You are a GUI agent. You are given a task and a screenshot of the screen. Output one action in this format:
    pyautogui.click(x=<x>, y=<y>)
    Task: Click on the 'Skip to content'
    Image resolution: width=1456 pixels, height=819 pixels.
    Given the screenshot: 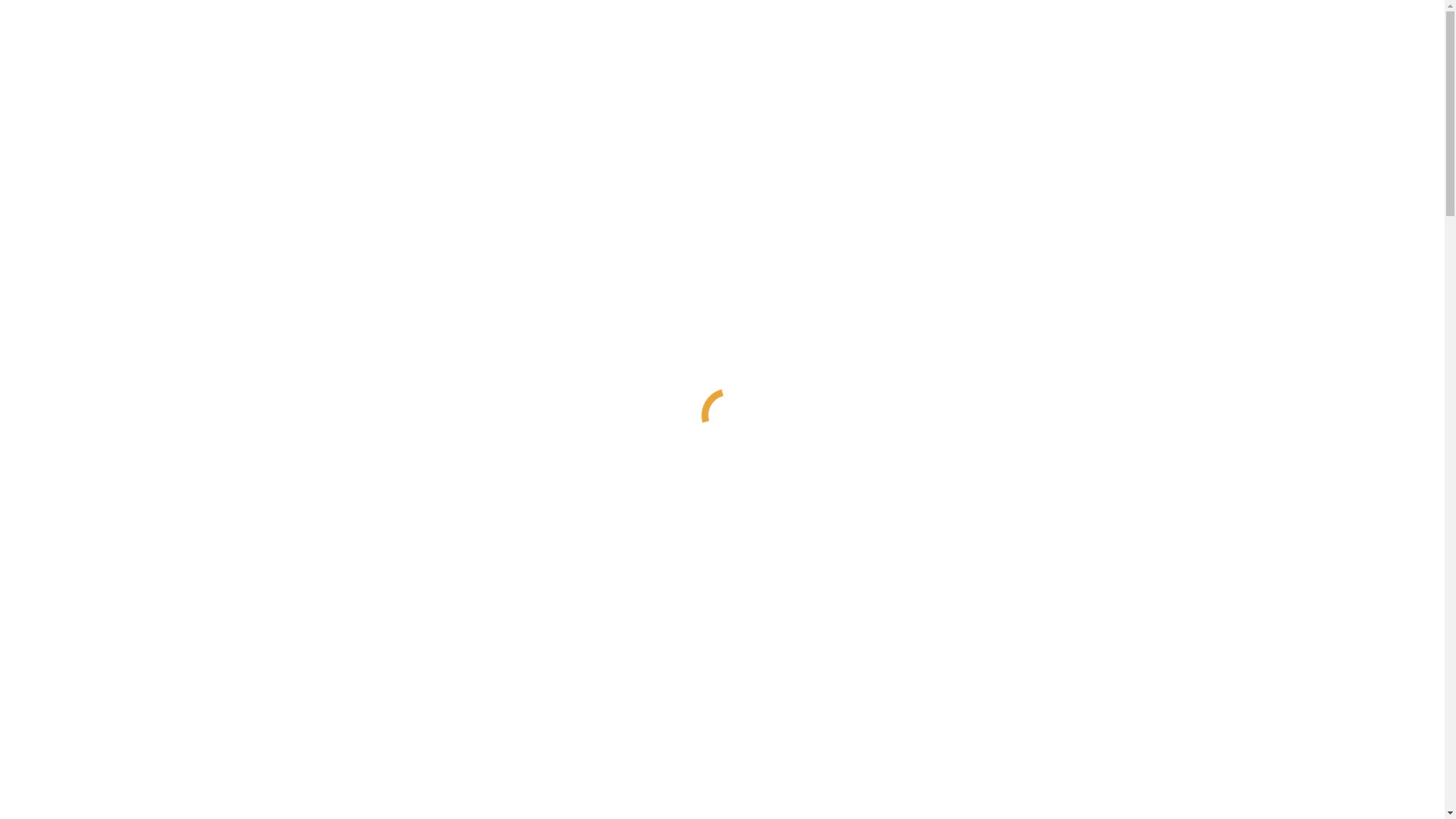 What is the action you would take?
    pyautogui.click(x=5, y=5)
    